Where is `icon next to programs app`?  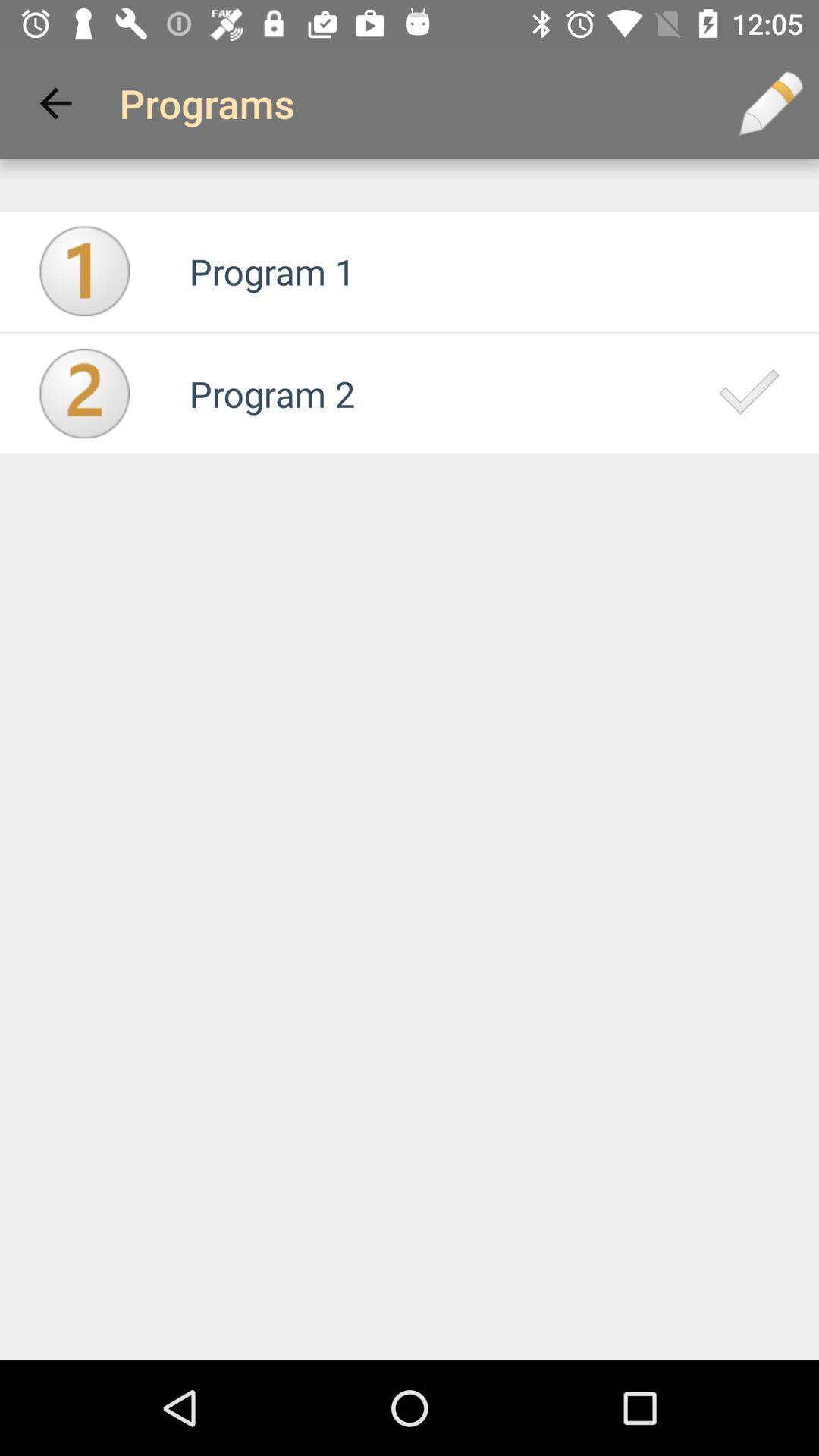 icon next to programs app is located at coordinates (55, 102).